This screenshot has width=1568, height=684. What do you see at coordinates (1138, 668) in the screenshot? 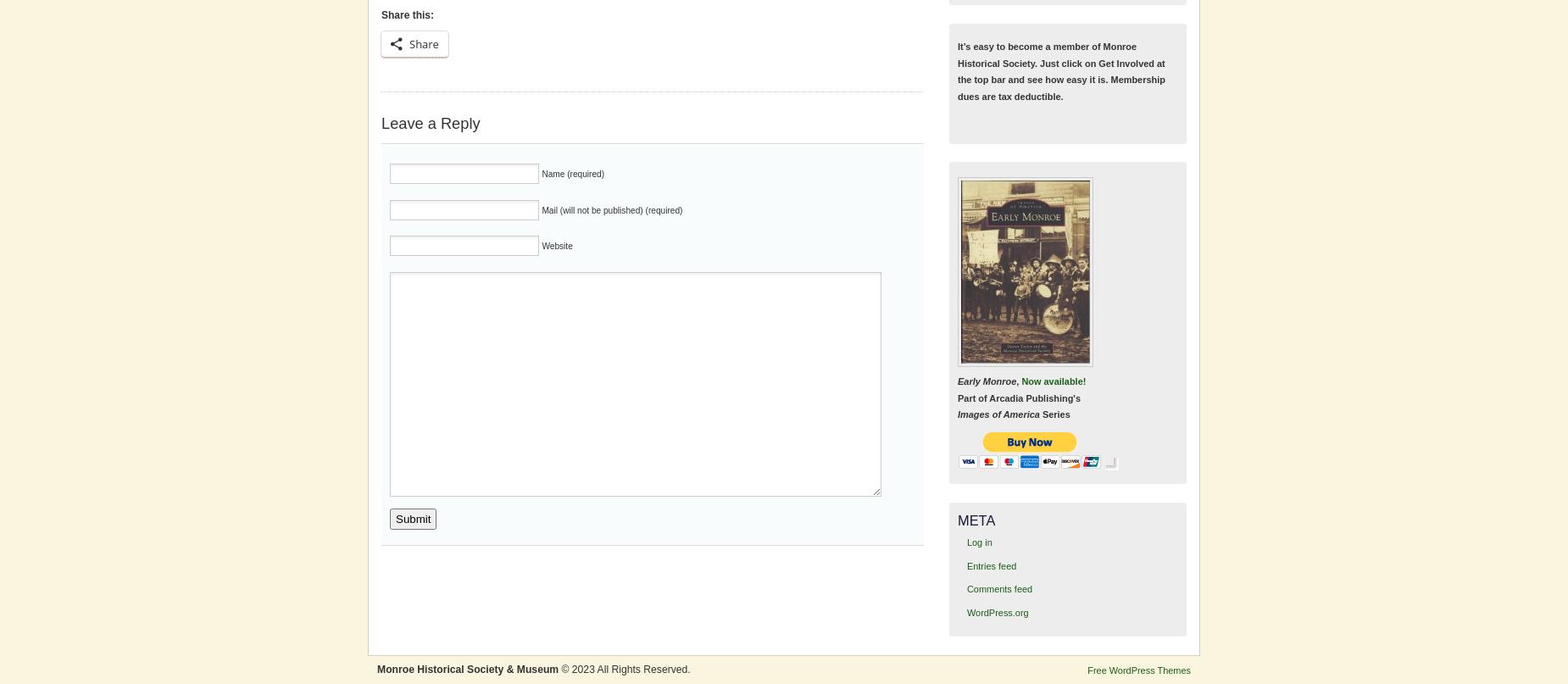
I see `'Free WordPress Themes'` at bounding box center [1138, 668].